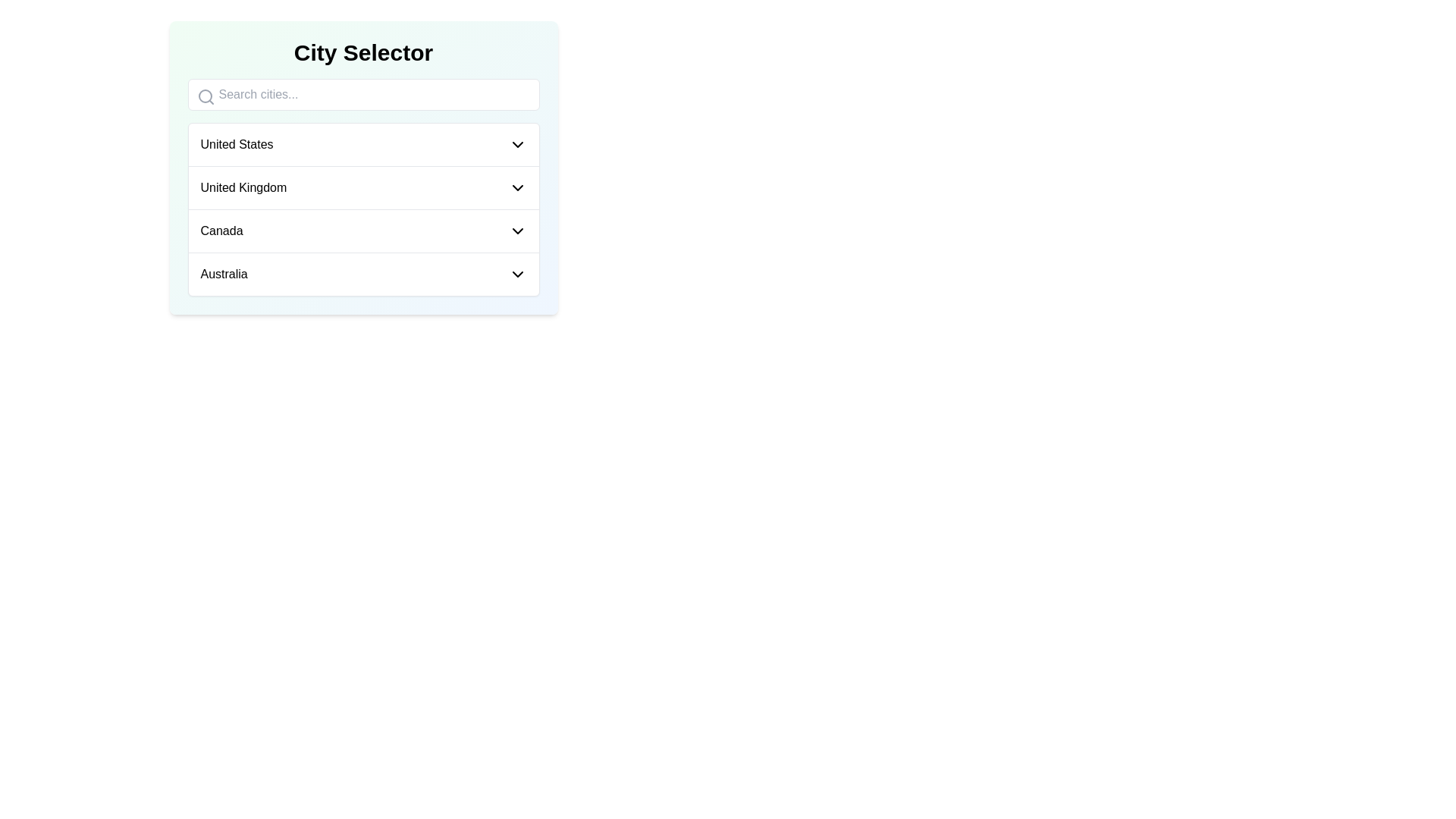  I want to click on the chevron icon next to the 'United Kingdom' selector, so click(517, 187).